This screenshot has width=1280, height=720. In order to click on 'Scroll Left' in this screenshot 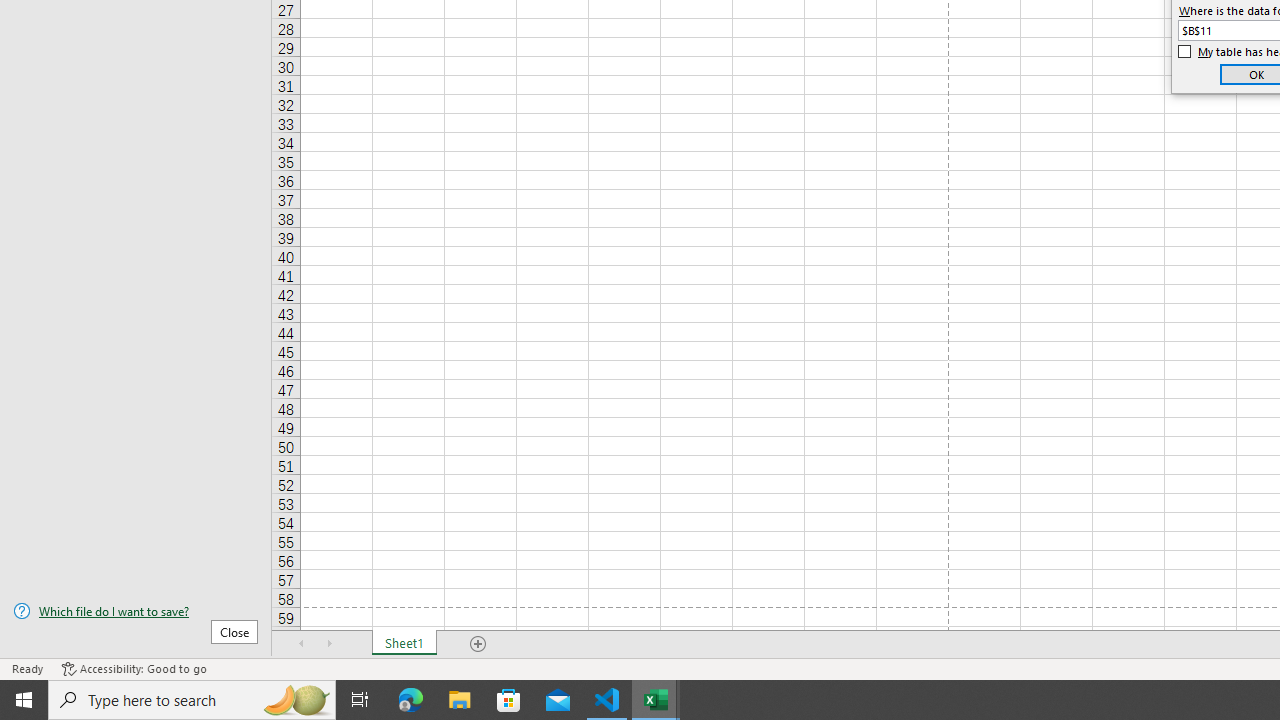, I will do `click(301, 644)`.